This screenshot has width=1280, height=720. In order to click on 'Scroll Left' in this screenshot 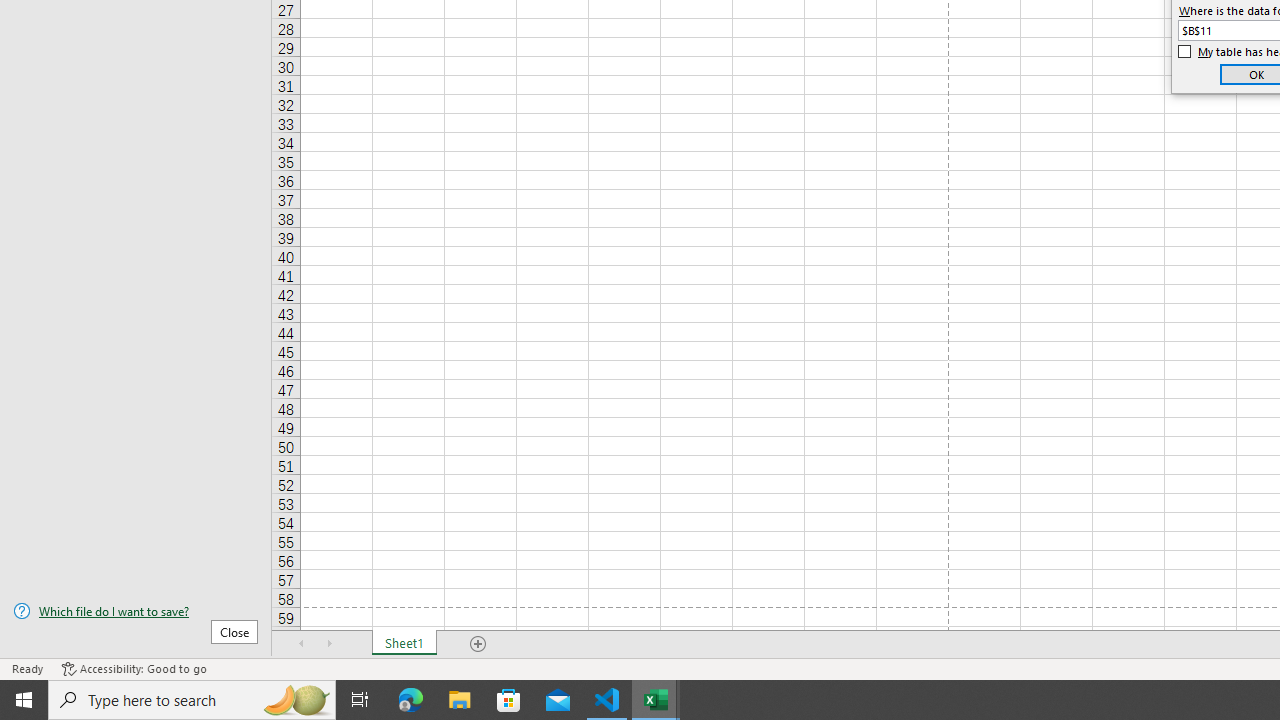, I will do `click(301, 644)`.